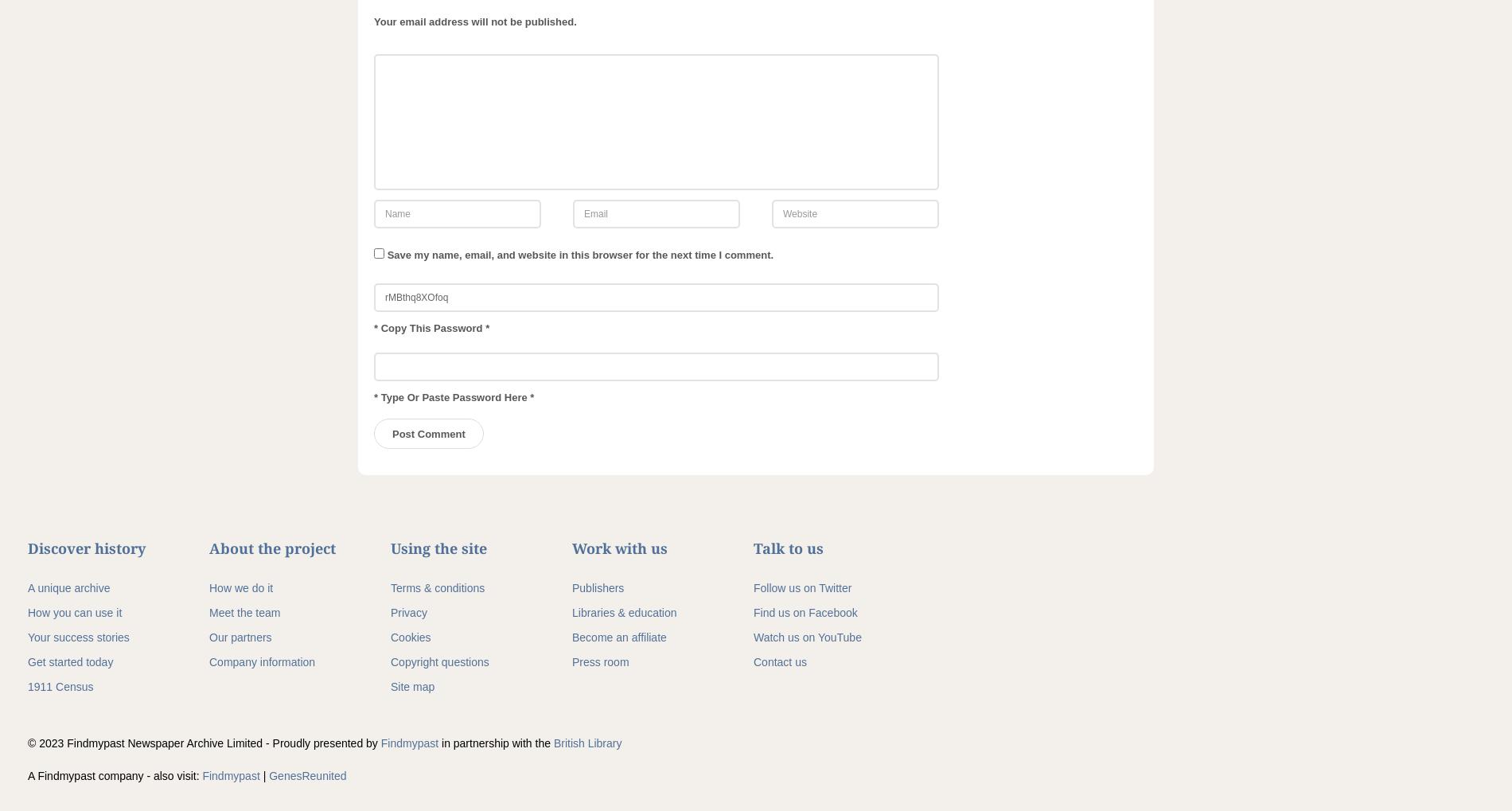  What do you see at coordinates (75, 611) in the screenshot?
I see `'How you can use it'` at bounding box center [75, 611].